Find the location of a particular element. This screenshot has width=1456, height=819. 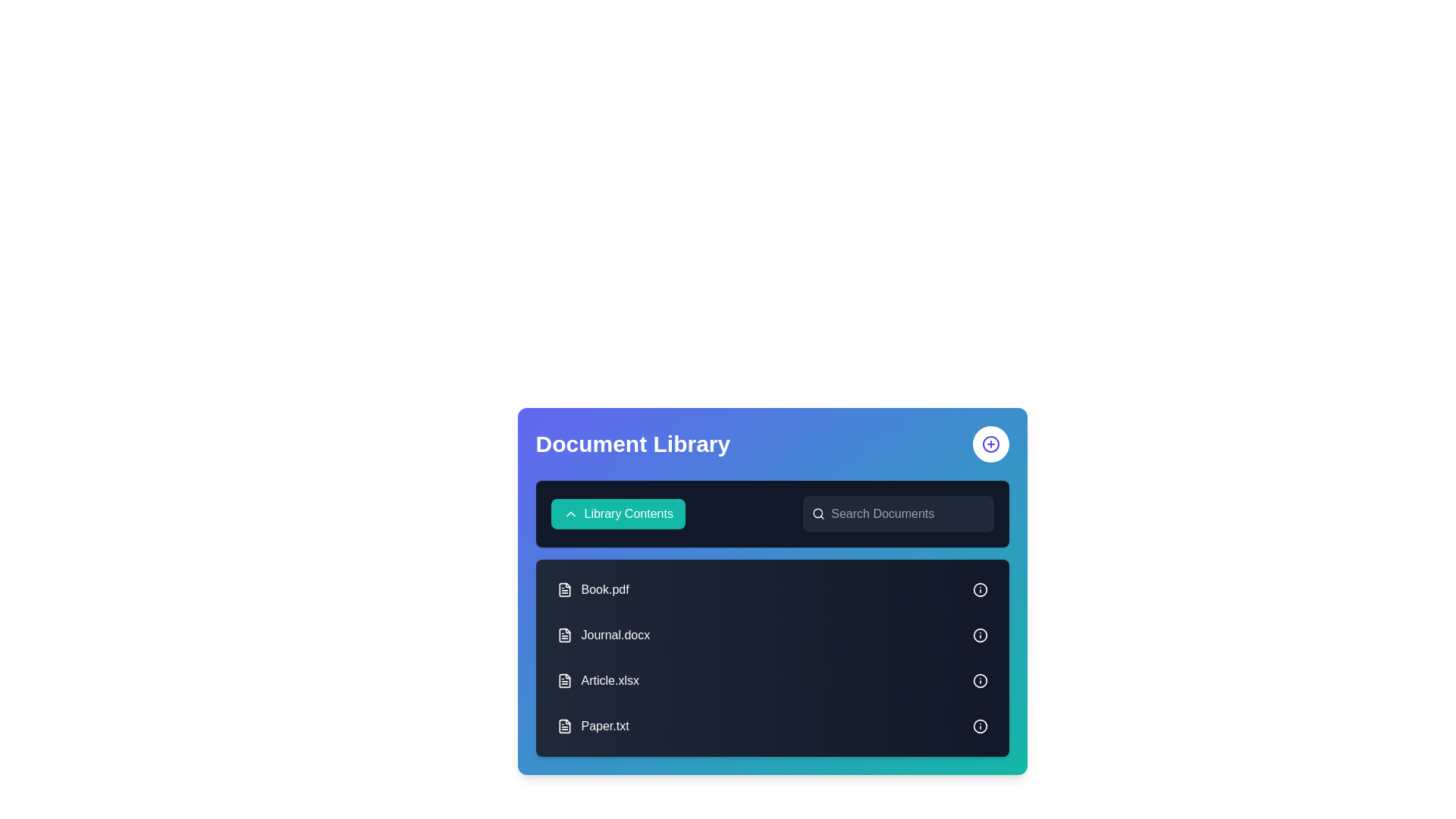

the information icon located to the far right of the 'Book.pdf' entry in the document list is located at coordinates (980, 589).